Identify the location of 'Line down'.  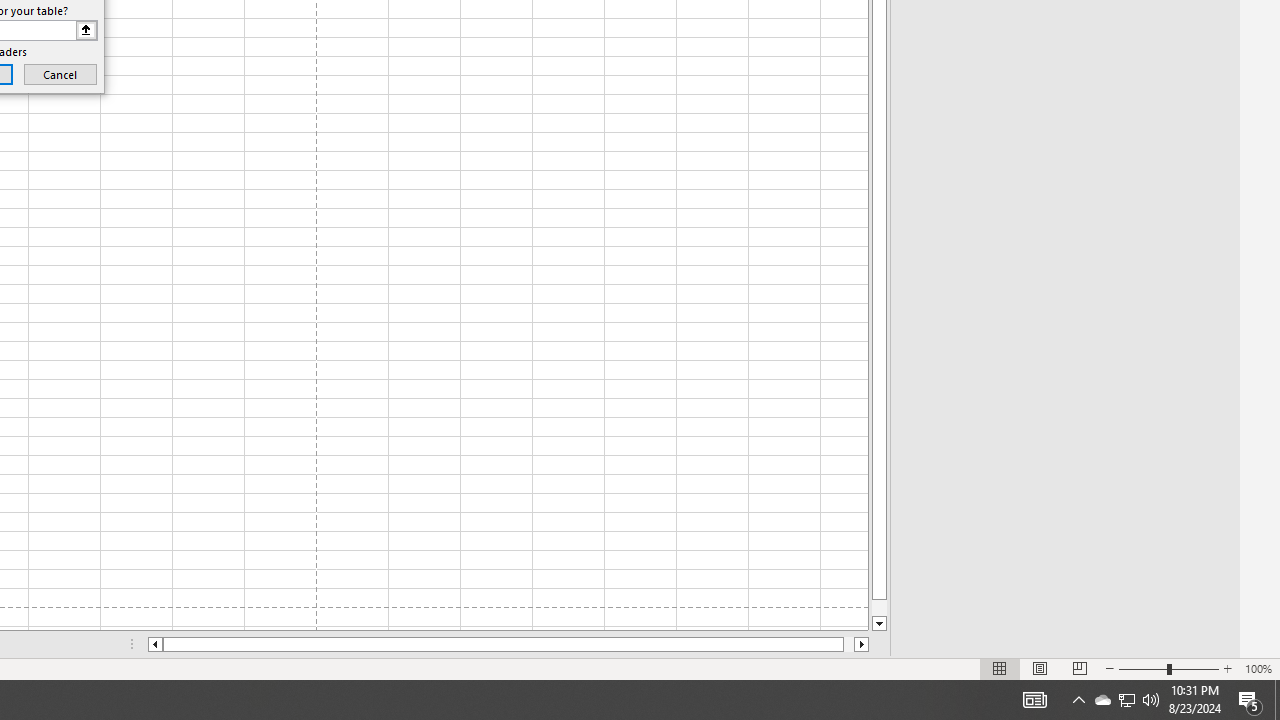
(879, 623).